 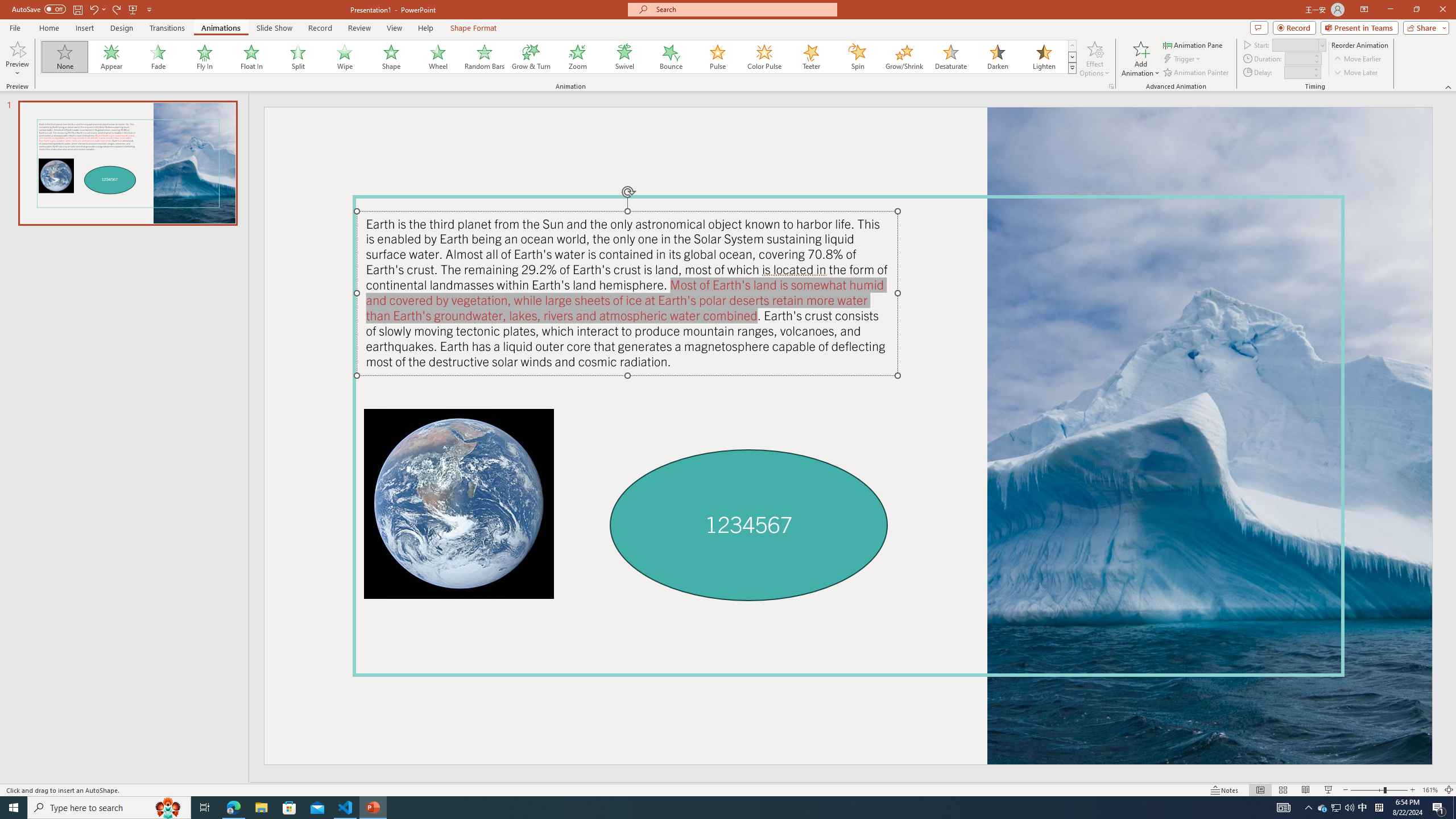 I want to click on 'Grow/Shrink', so click(x=904, y=56).